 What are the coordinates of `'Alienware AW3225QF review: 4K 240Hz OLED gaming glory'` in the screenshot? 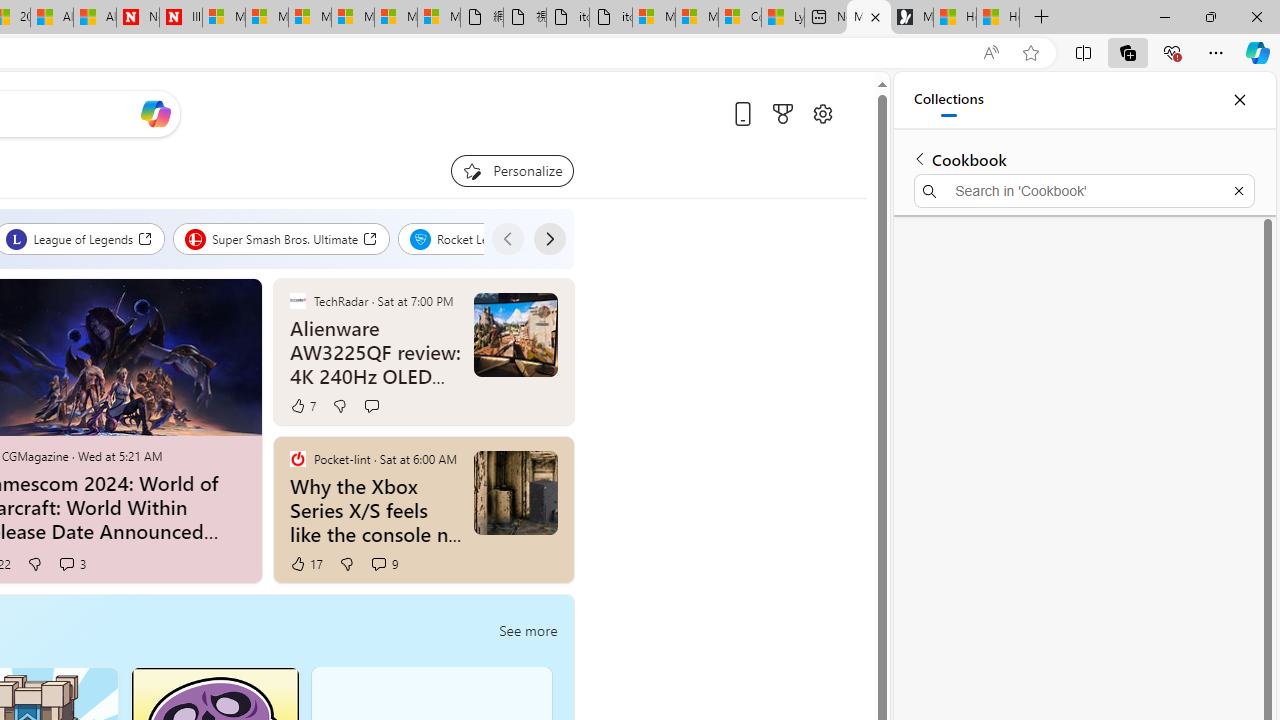 It's located at (375, 351).